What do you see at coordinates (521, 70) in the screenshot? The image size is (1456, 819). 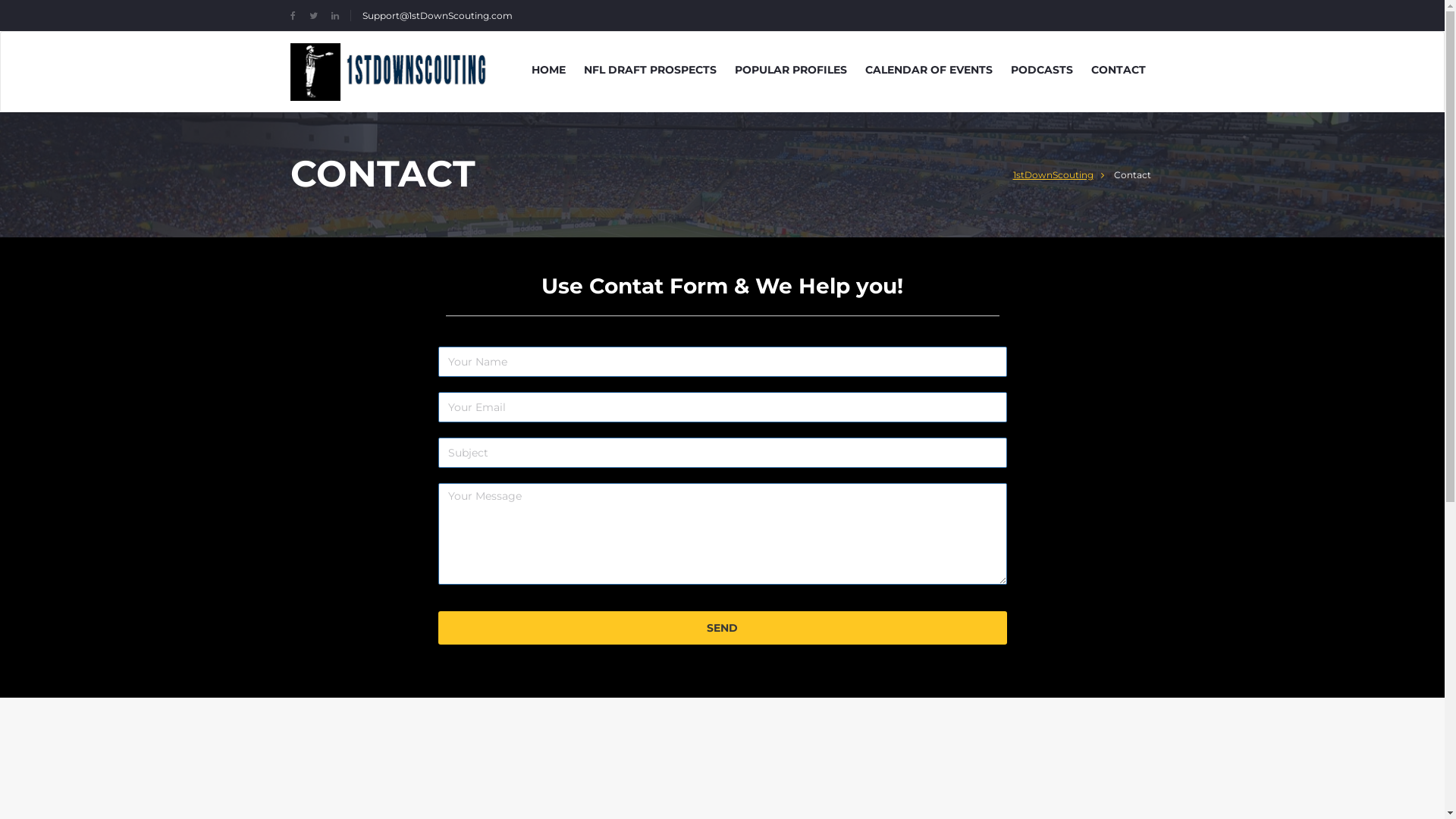 I see `'HOME'` at bounding box center [521, 70].